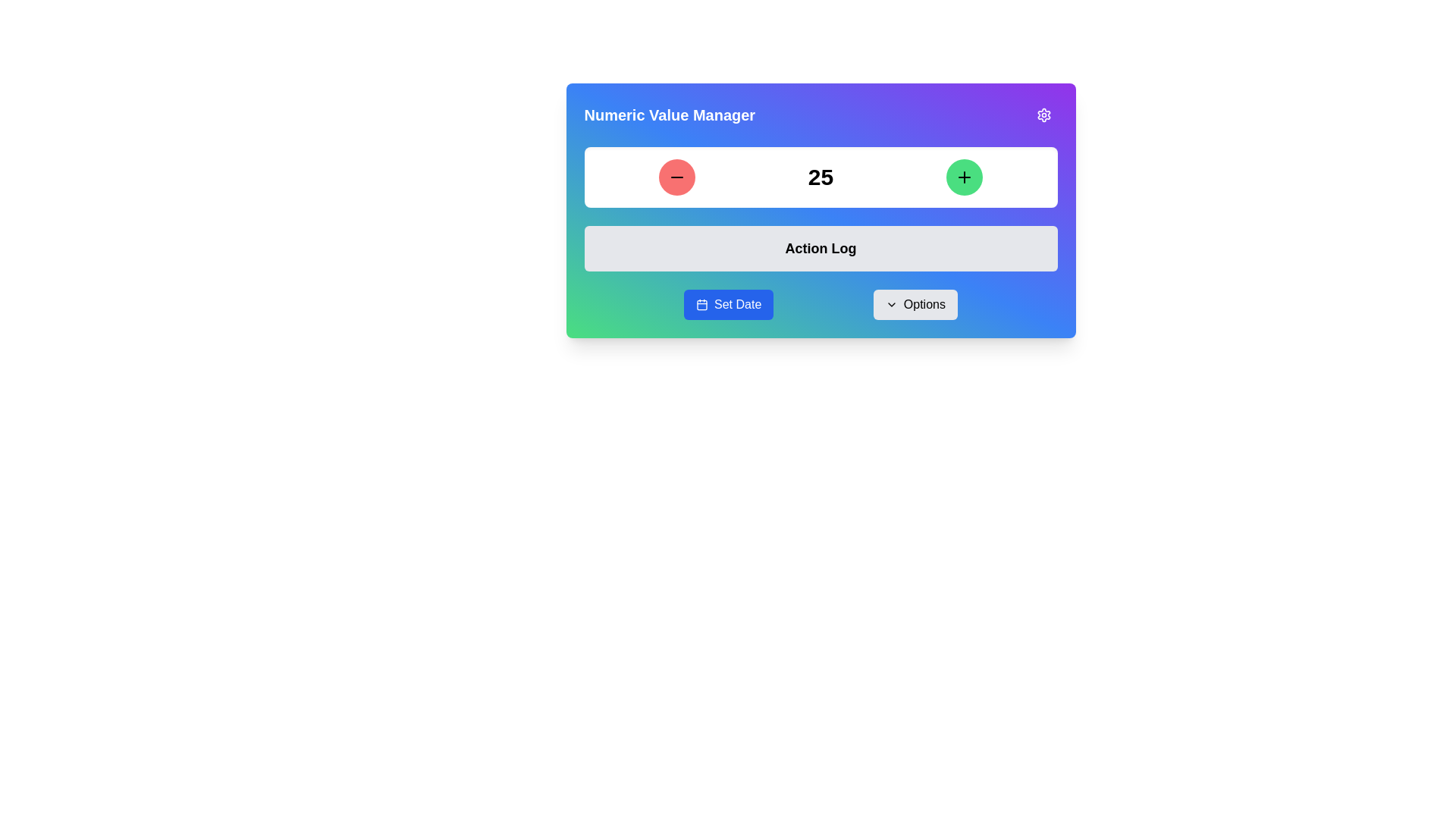 This screenshot has width=1456, height=819. Describe the element at coordinates (701, 305) in the screenshot. I see `the blue square icon with a white calendar icon, which is located directly above the 'Set Date' button on the left` at that location.